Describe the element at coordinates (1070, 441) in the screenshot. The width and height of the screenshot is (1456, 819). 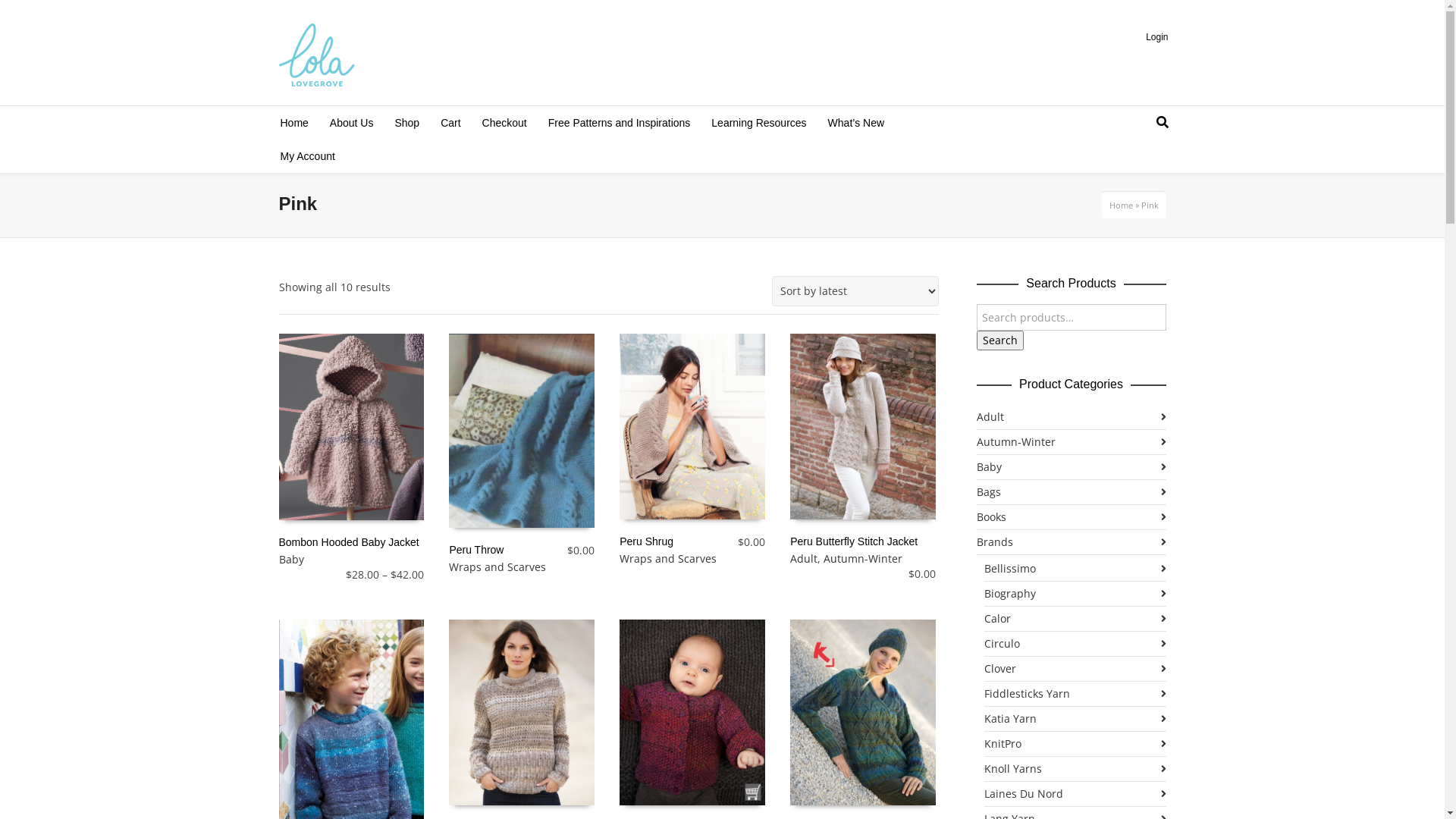
I see `'Autumn-Winter'` at that location.